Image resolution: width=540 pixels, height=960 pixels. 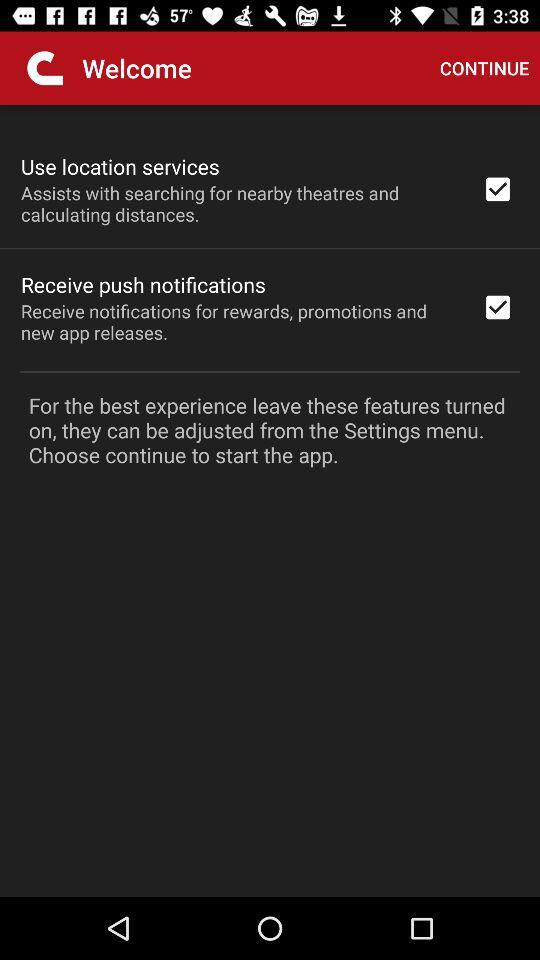 What do you see at coordinates (238, 203) in the screenshot?
I see `the item above receive push notifications` at bounding box center [238, 203].